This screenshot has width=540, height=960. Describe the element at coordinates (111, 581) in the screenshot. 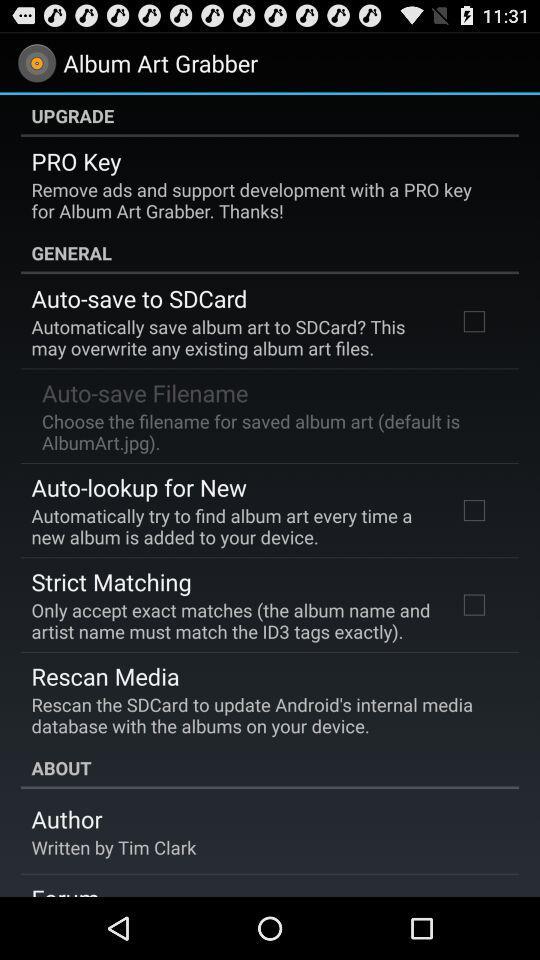

I see `item above the only accept exact icon` at that location.